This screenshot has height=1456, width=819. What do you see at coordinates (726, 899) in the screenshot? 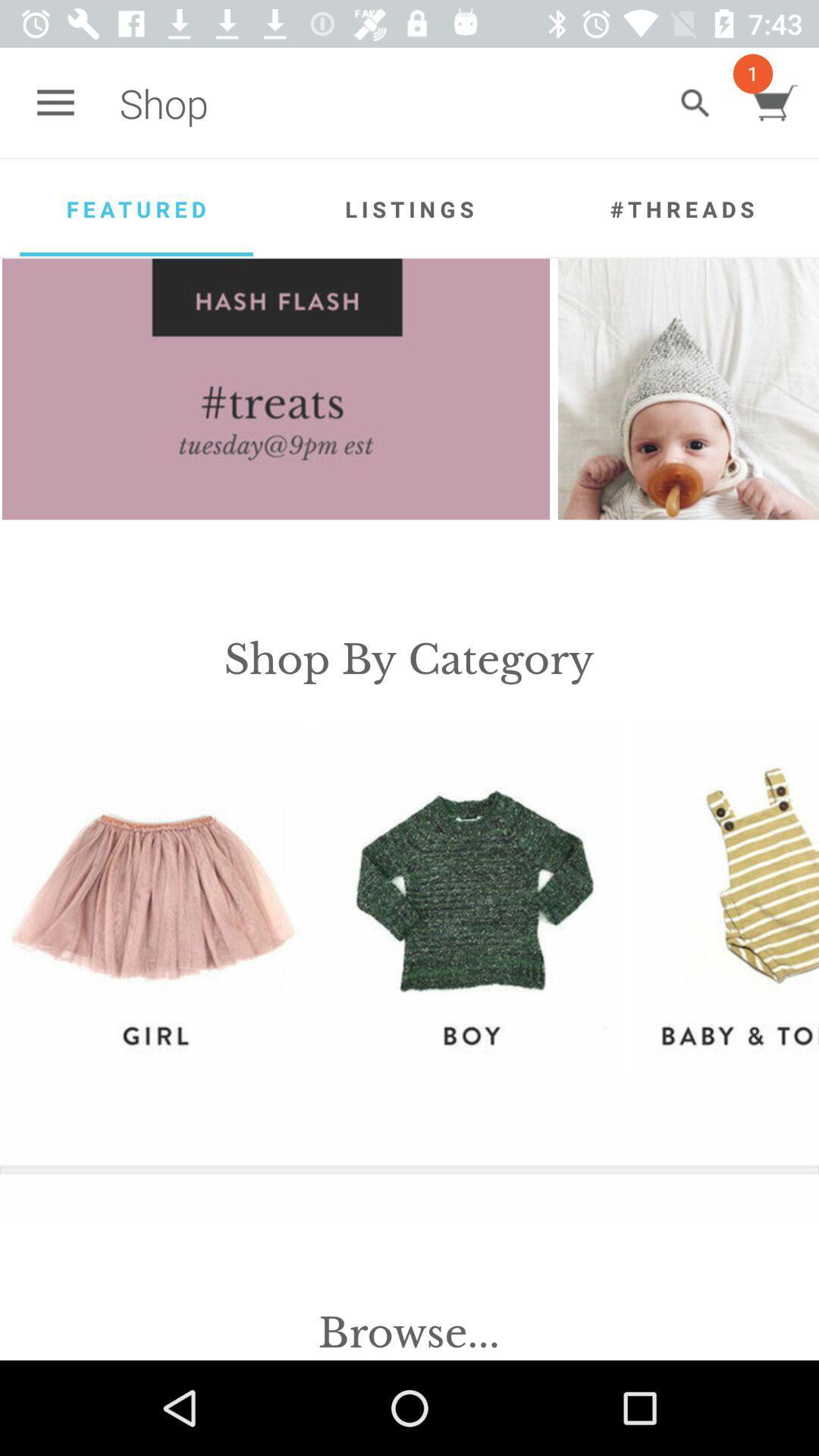
I see `the icon on the right` at bounding box center [726, 899].